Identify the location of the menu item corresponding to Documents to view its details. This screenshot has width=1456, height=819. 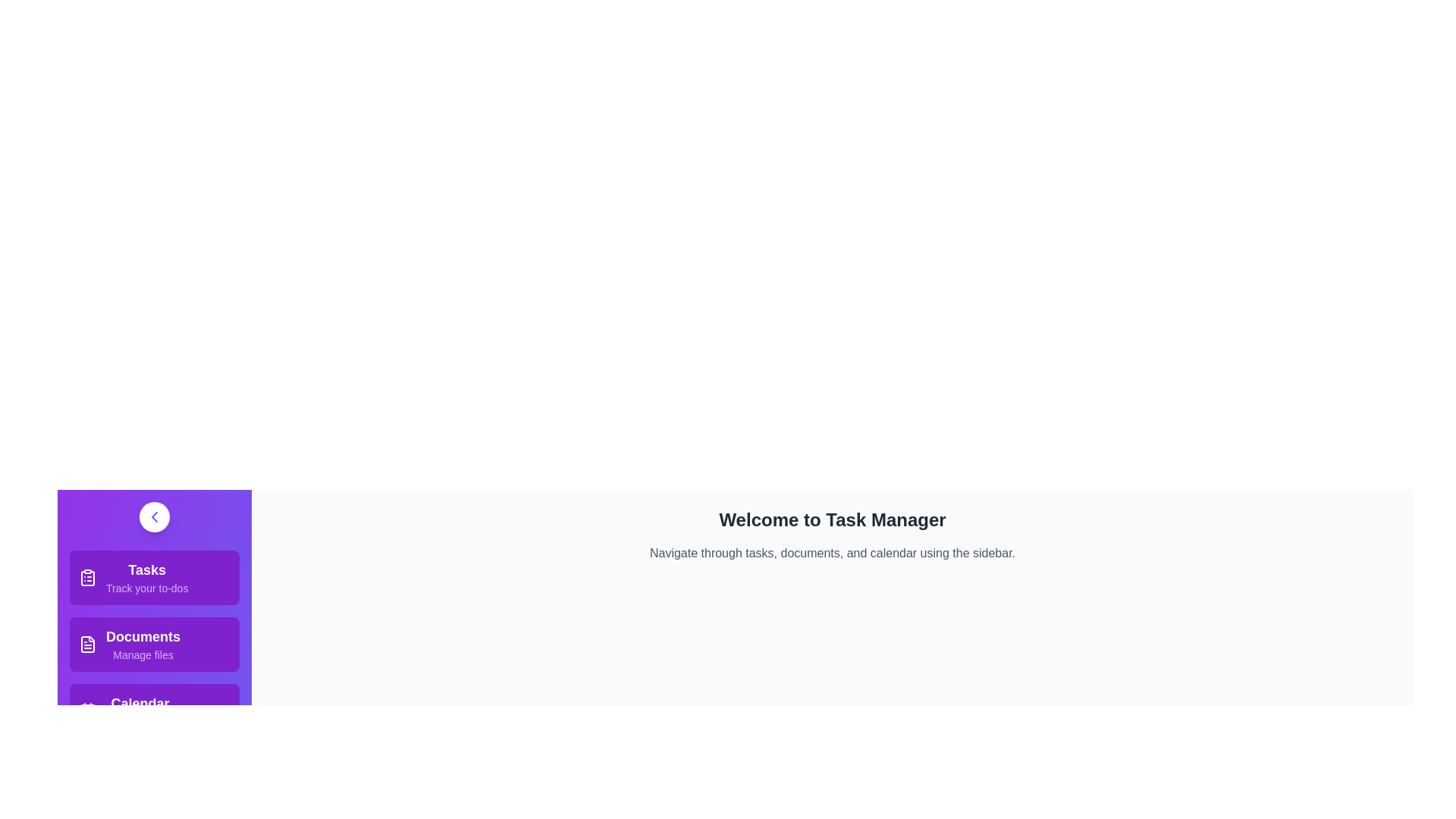
(154, 644).